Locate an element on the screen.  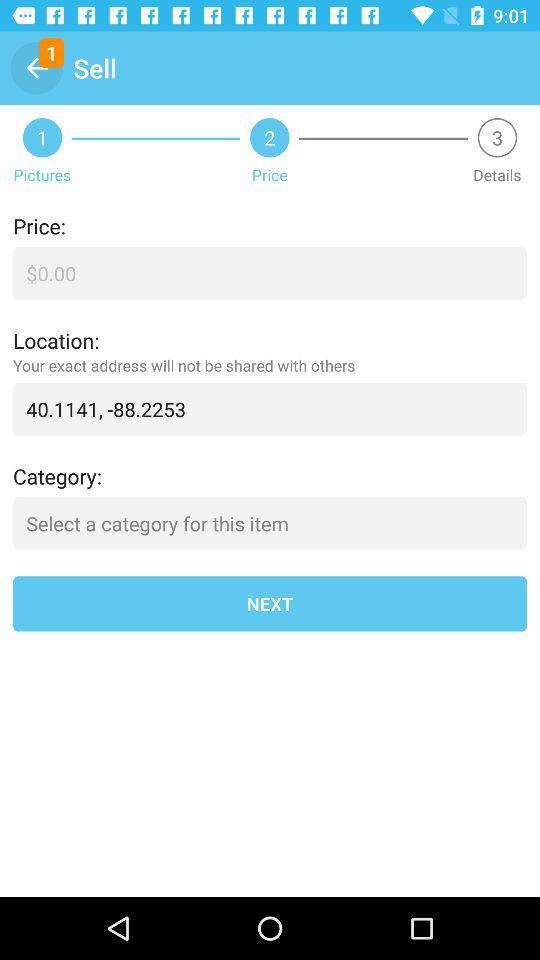
next icon is located at coordinates (270, 602).